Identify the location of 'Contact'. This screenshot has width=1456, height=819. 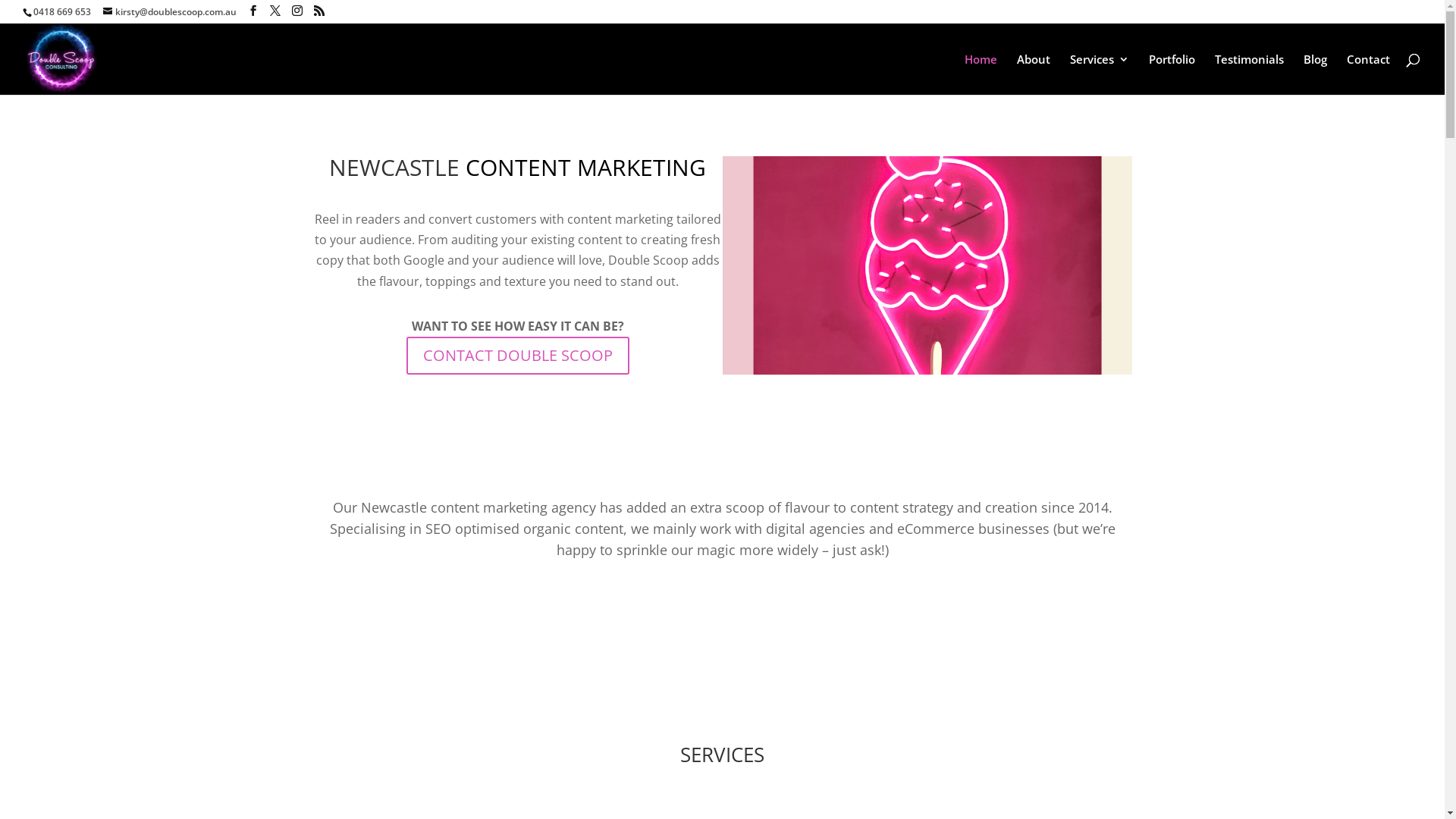
(1368, 74).